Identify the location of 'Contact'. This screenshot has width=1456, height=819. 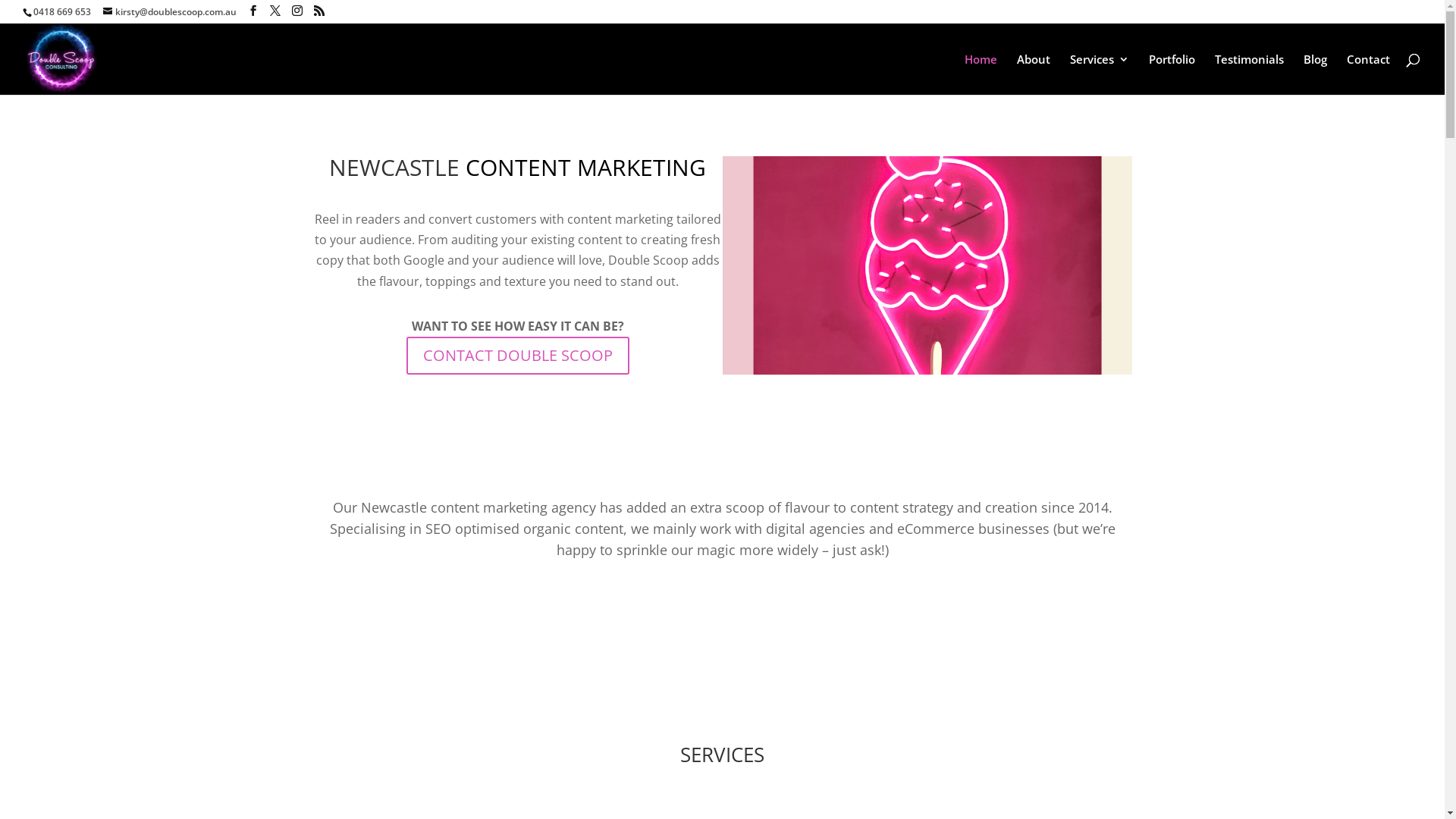
(1368, 74).